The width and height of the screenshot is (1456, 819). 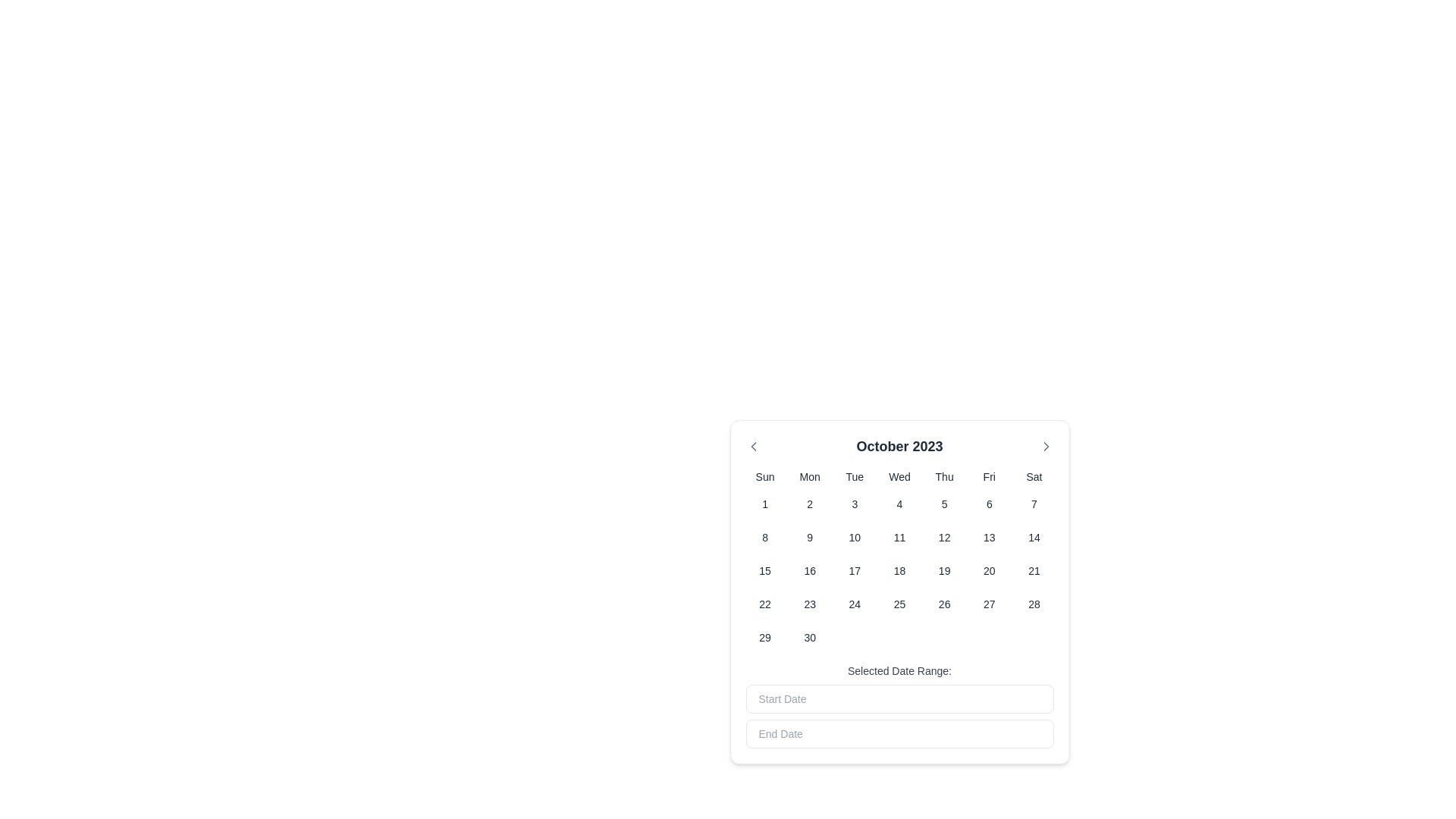 What do you see at coordinates (943, 475) in the screenshot?
I see `the 'Thu' label in the calendar interface, which is the fifth day abbreviation in the top row of the calendar grid` at bounding box center [943, 475].